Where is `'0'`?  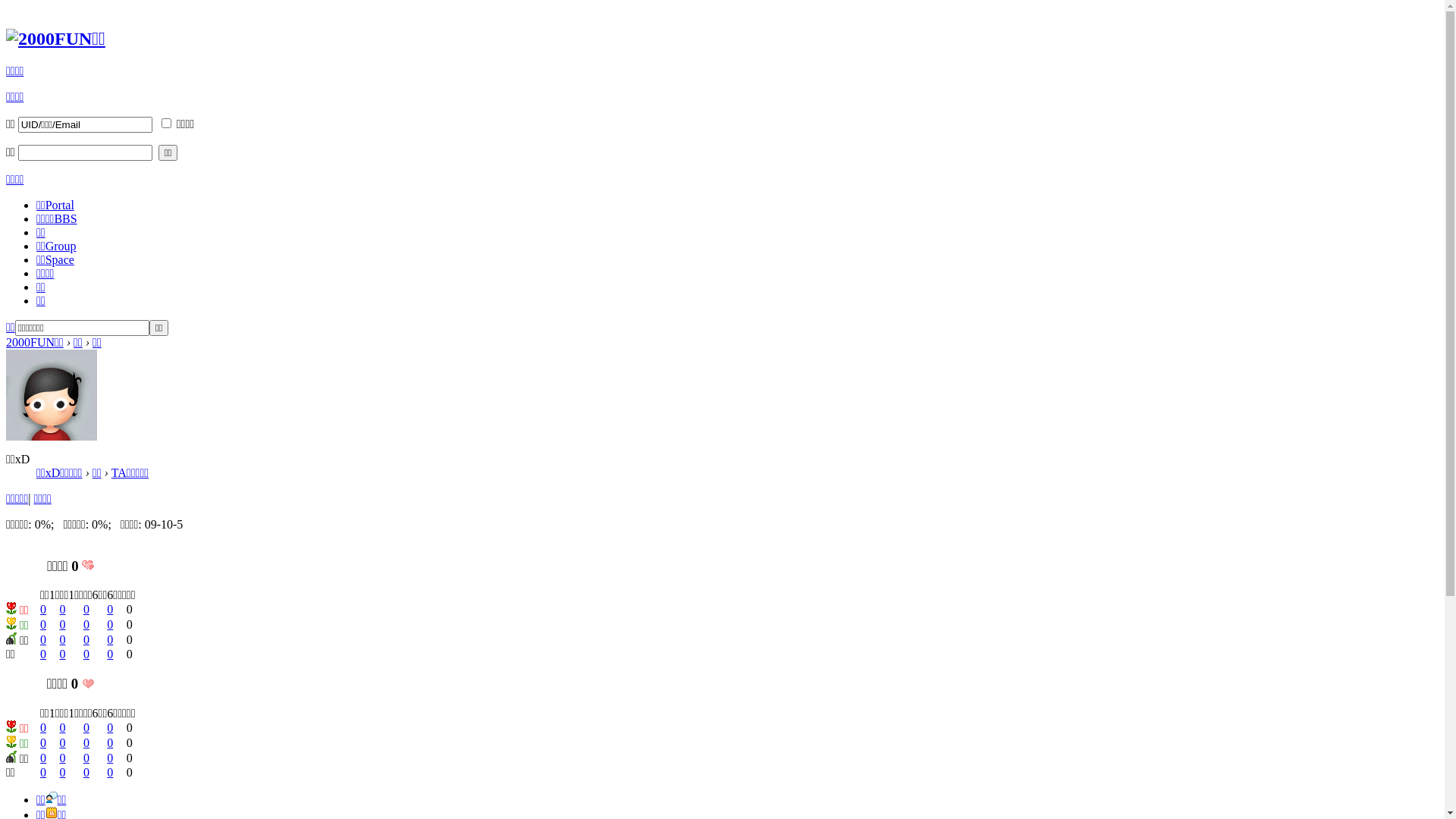
'0' is located at coordinates (108, 608).